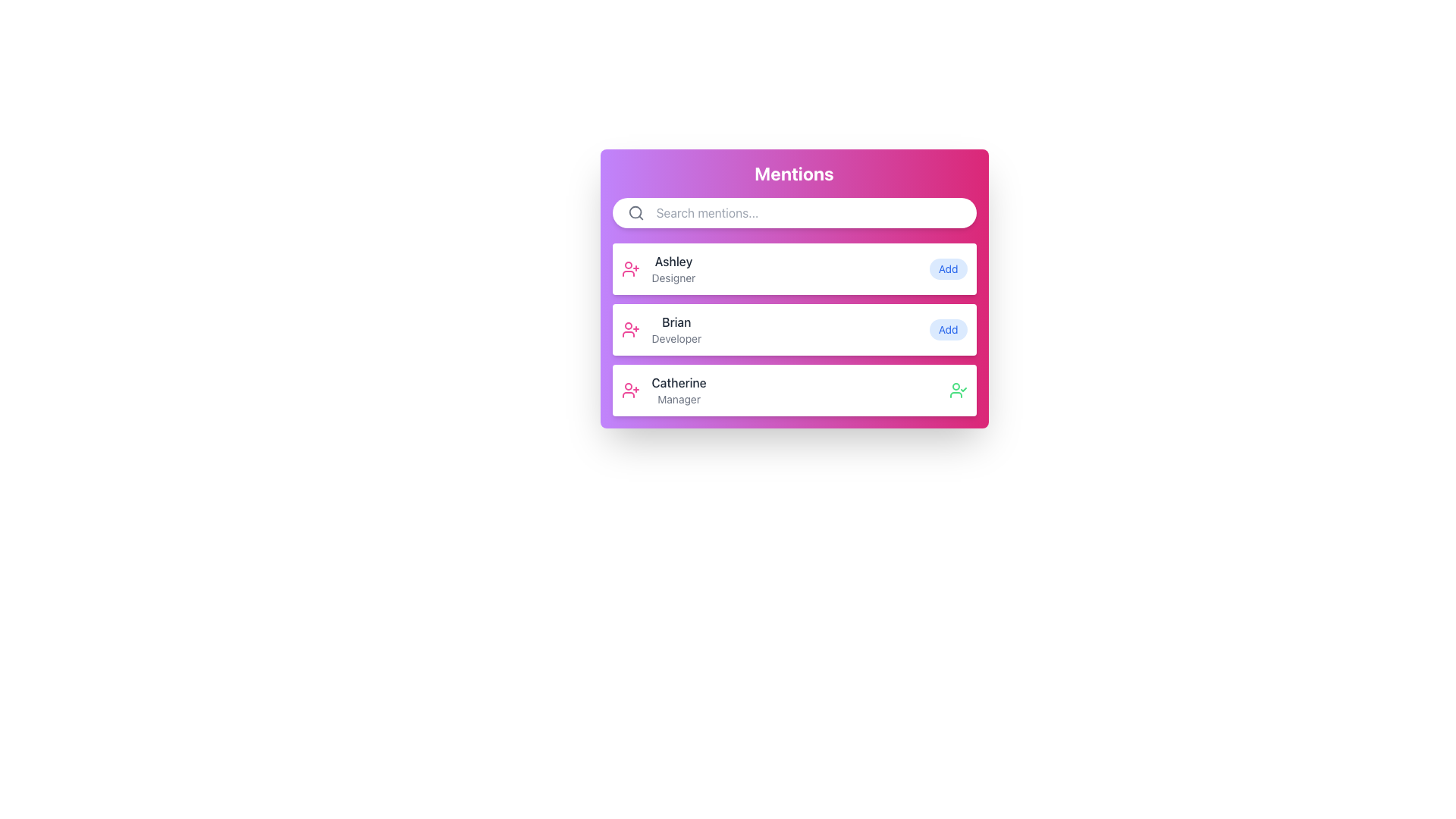 The width and height of the screenshot is (1456, 819). Describe the element at coordinates (676, 338) in the screenshot. I see `the text label displaying the word 'Developer', which is styled in a smaller font size and light gray color, located below the name 'Brian' in the second user profile` at that location.